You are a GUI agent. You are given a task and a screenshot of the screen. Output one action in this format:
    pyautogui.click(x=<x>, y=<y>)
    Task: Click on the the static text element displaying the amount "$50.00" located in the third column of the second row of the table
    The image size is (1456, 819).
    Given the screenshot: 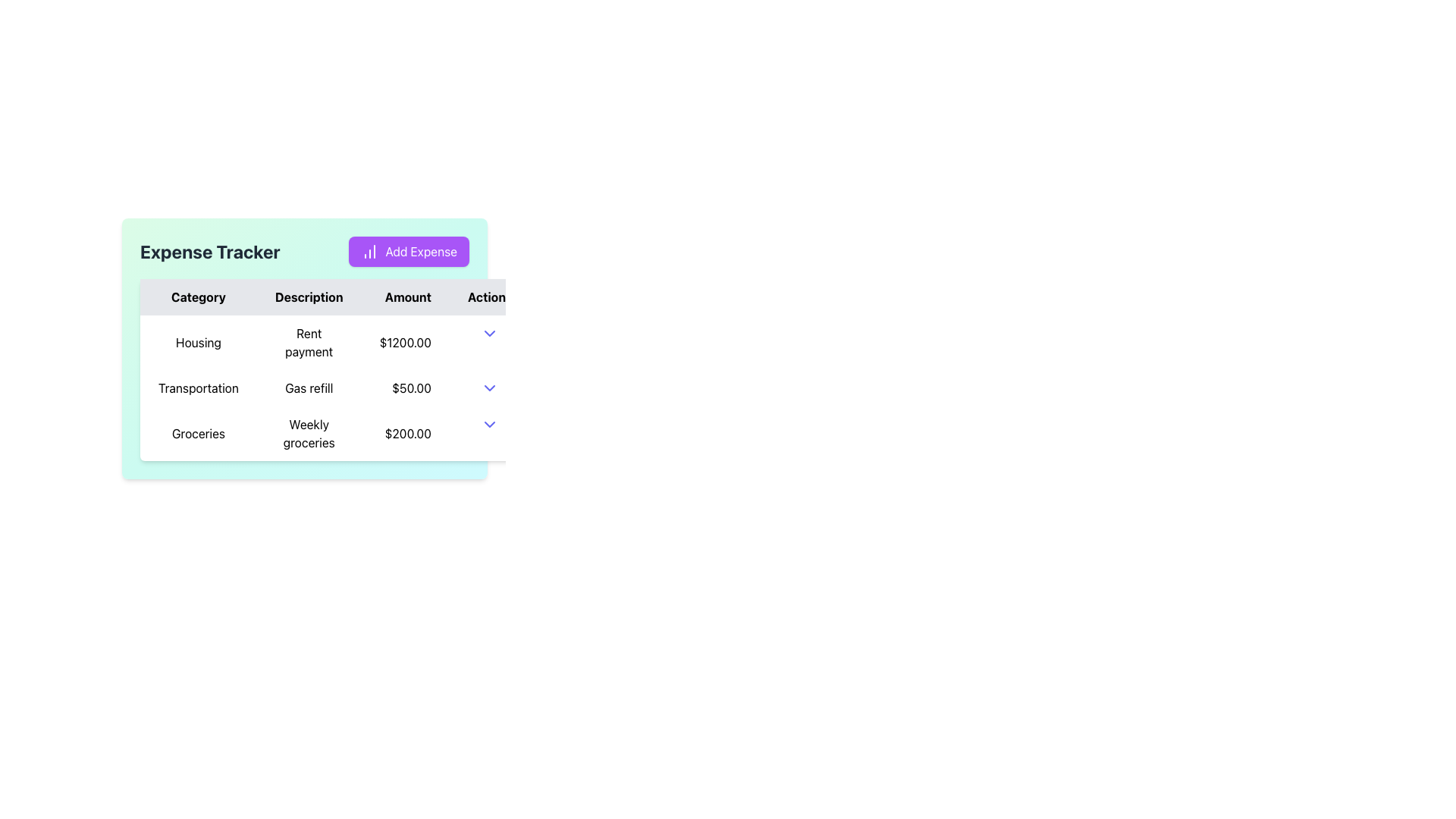 What is the action you would take?
    pyautogui.click(x=405, y=388)
    